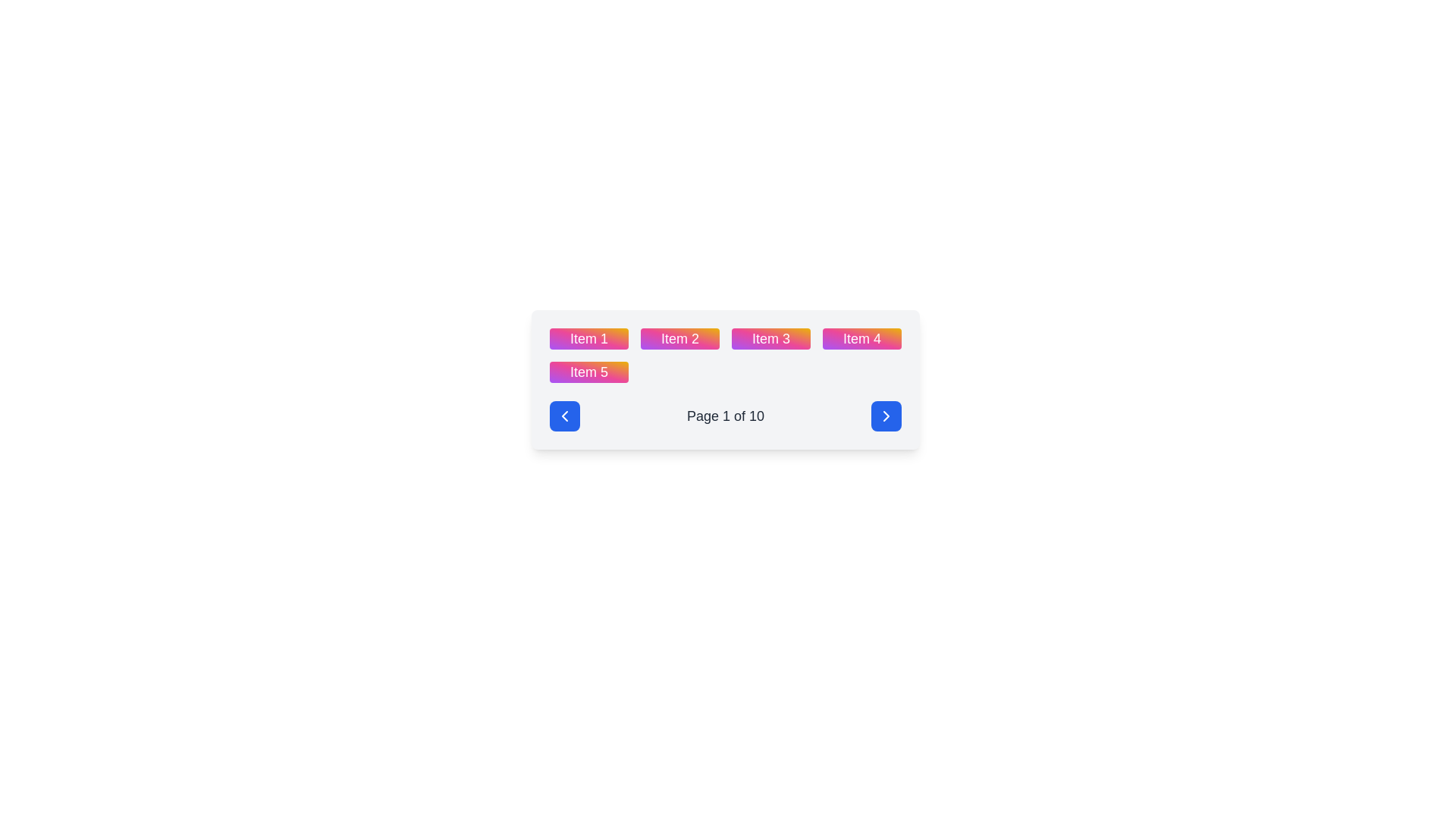  I want to click on text label displaying 'Page 1 of 10' located at the bottom center of the pagination interface, so click(724, 416).